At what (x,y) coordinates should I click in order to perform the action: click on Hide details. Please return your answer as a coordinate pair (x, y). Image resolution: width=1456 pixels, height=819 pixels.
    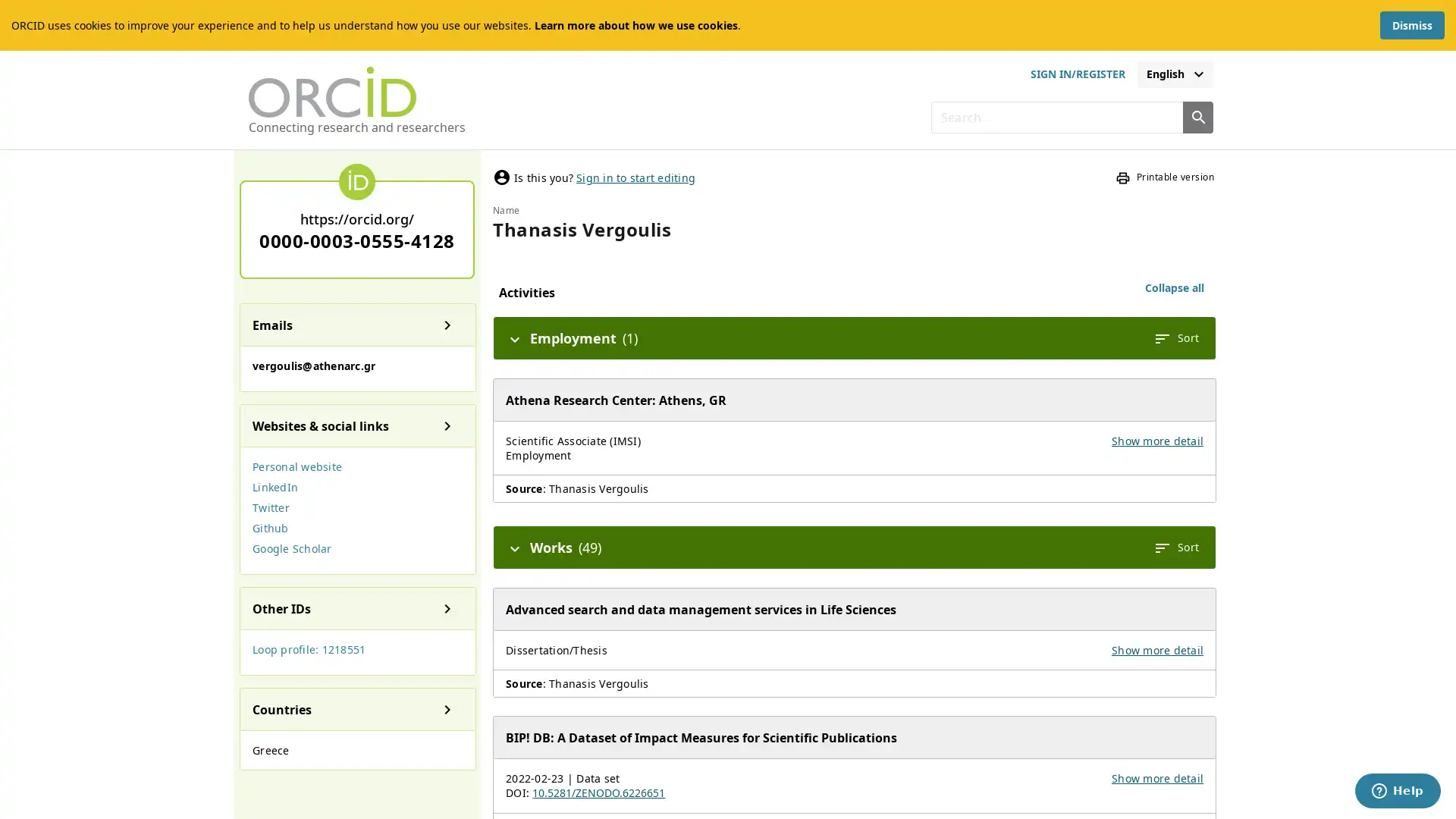
    Looking at the image, I should click on (514, 337).